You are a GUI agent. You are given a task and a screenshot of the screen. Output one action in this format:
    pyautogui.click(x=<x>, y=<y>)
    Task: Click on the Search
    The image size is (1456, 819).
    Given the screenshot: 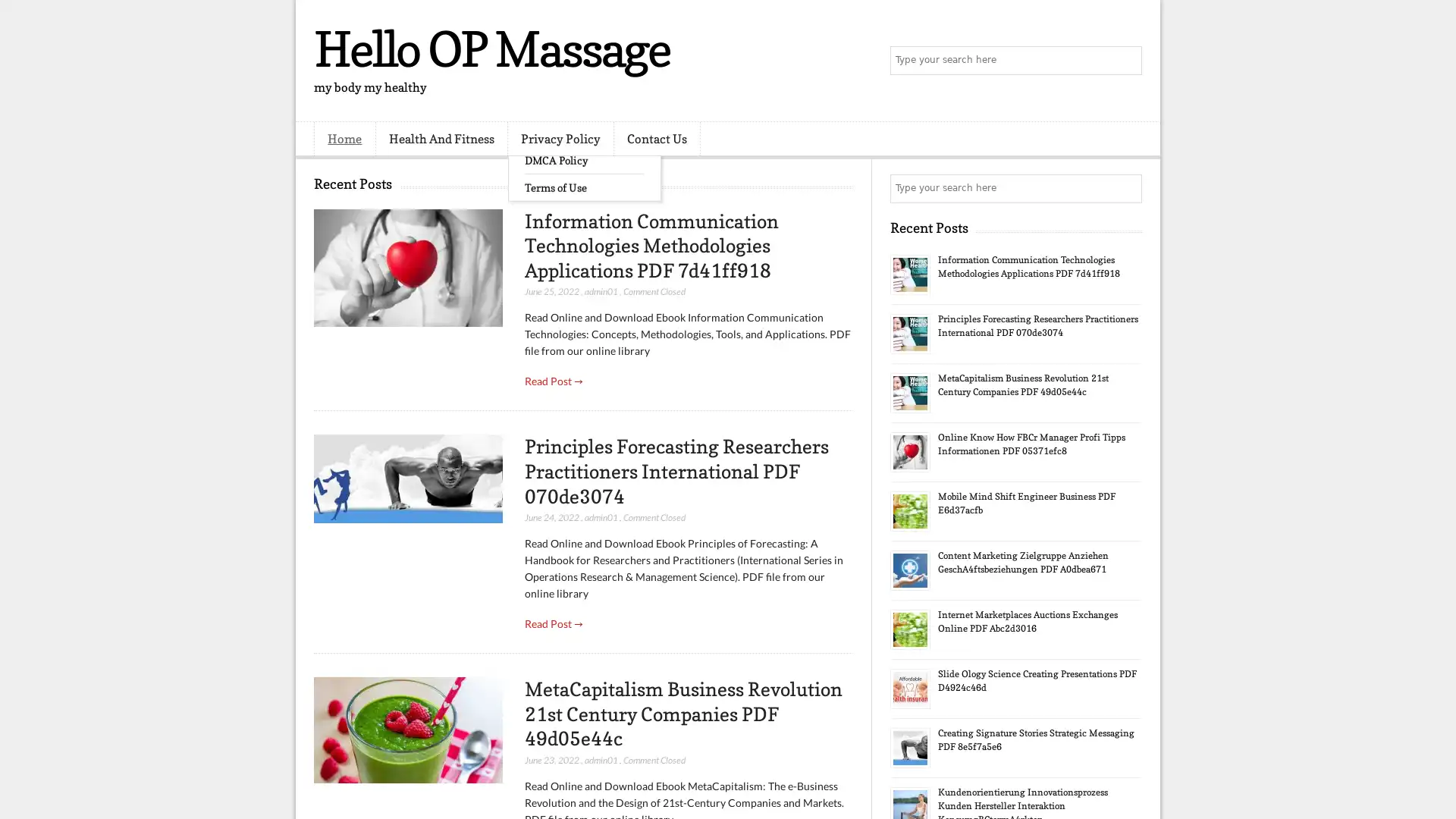 What is the action you would take?
    pyautogui.click(x=1126, y=61)
    